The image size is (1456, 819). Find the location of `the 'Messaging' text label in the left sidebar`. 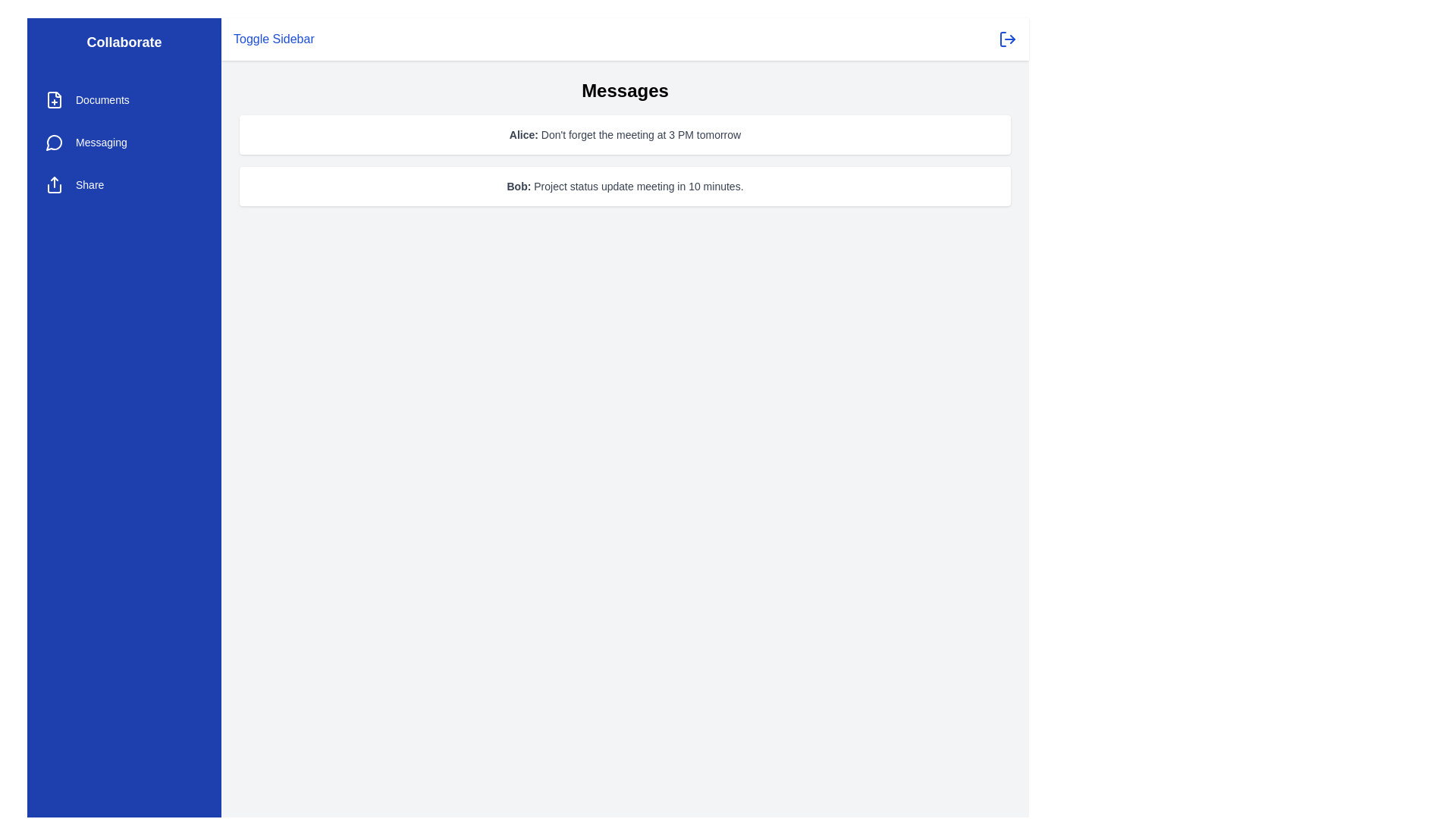

the 'Messaging' text label in the left sidebar is located at coordinates (100, 143).